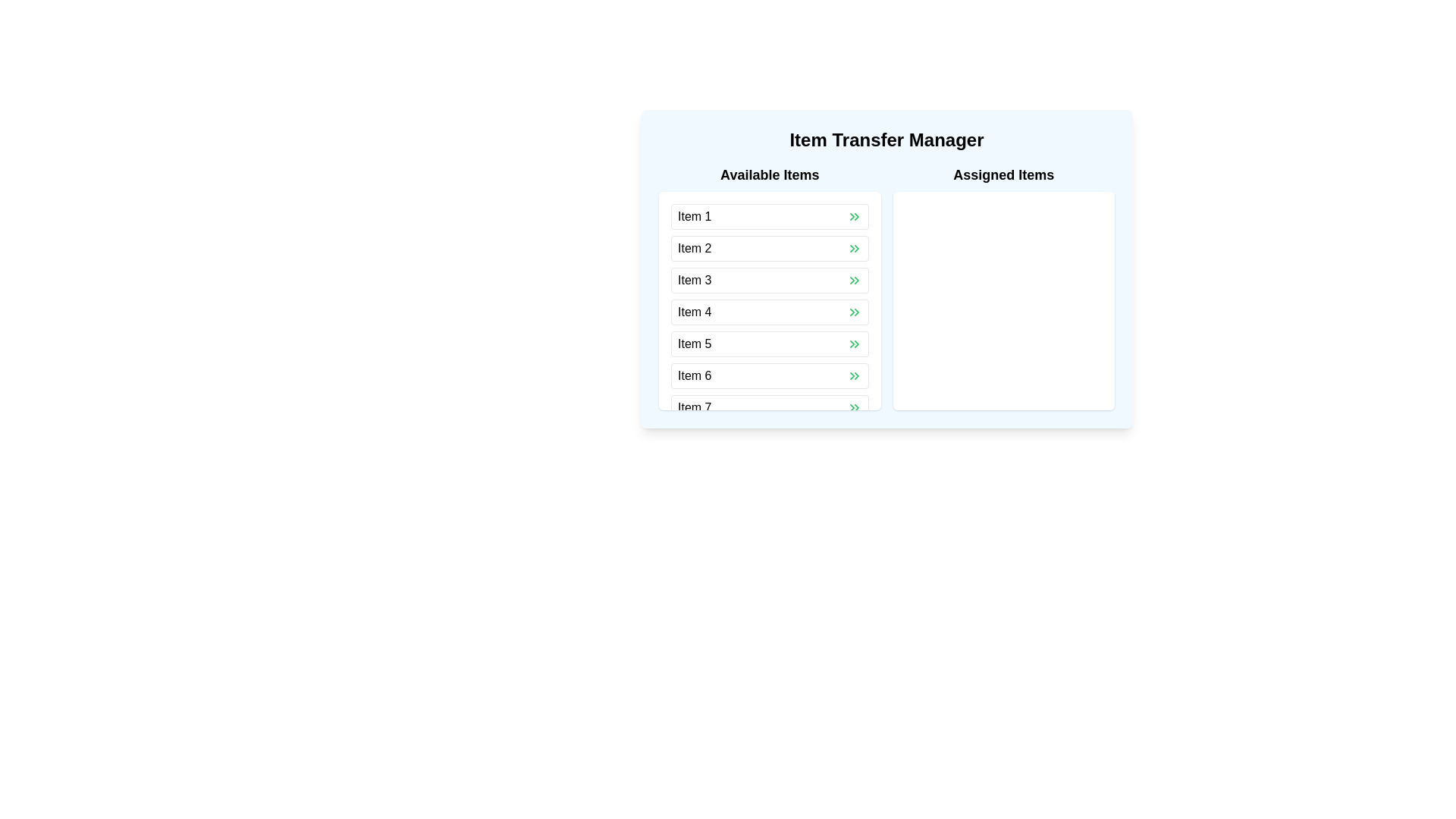  I want to click on the button-like list item labeled 'Item 7', so click(770, 406).